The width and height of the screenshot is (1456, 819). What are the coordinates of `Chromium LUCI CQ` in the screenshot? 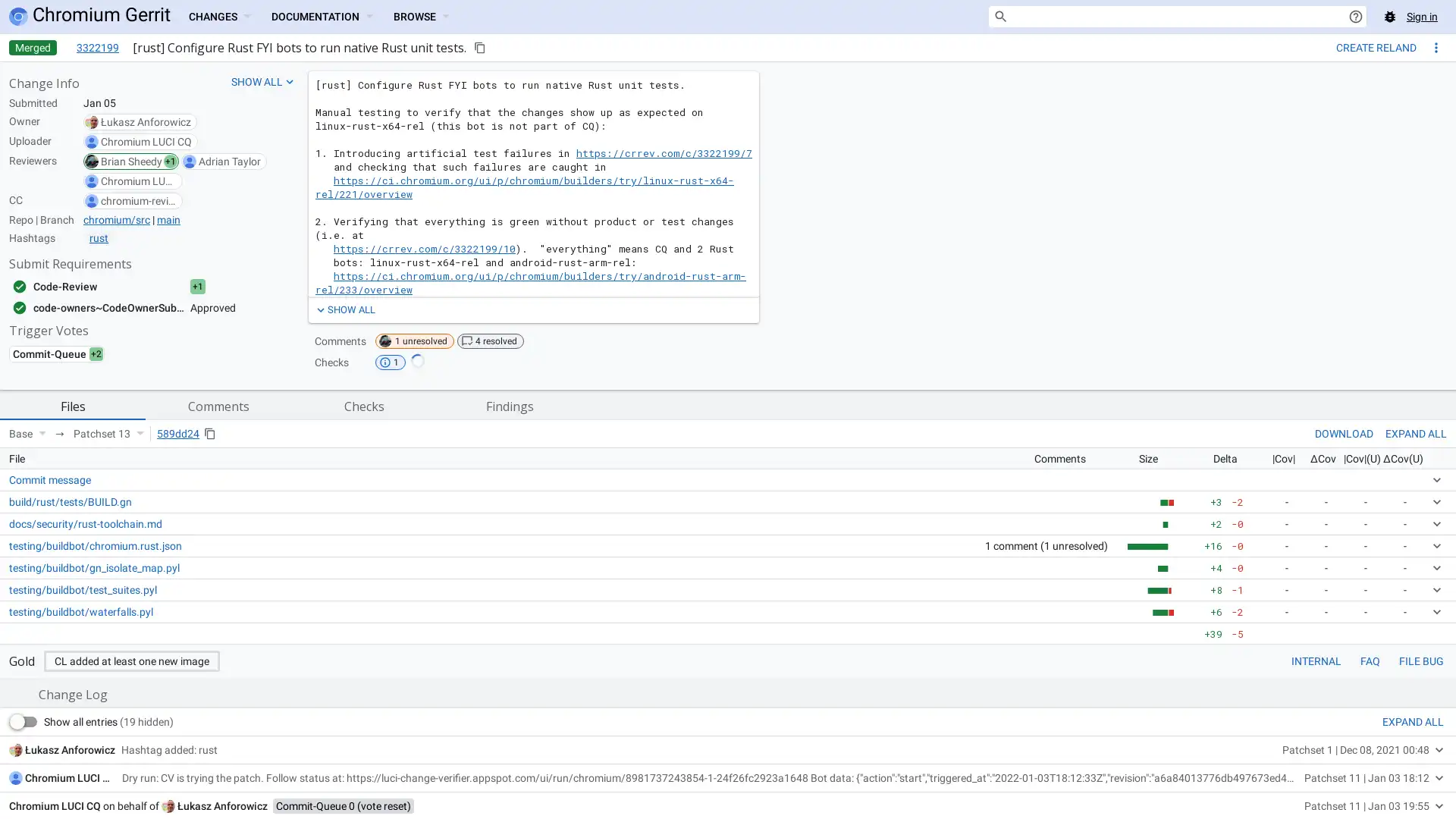 It's located at (146, 141).